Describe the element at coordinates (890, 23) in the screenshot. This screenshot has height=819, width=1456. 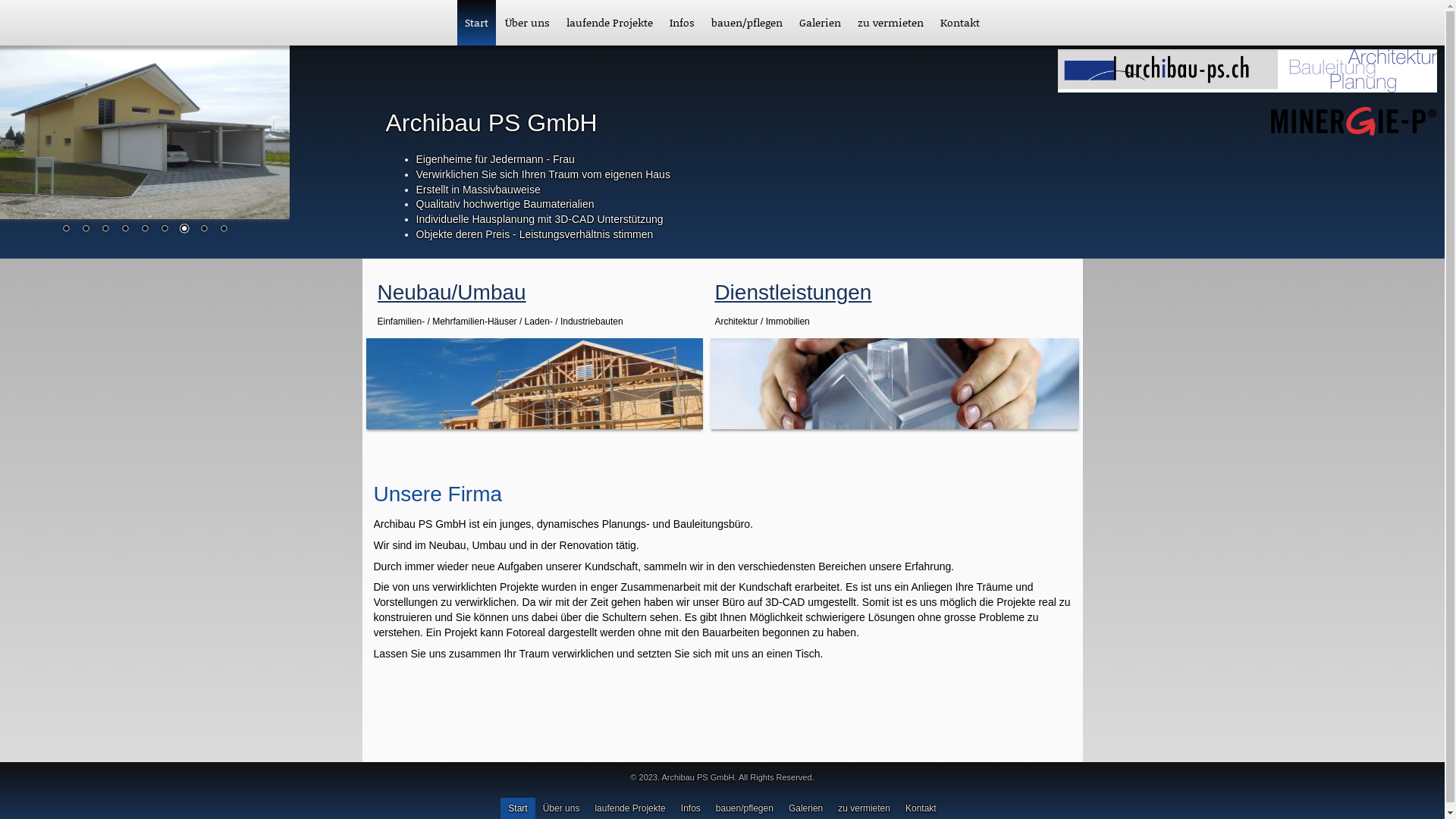
I see `'zu vermieten'` at that location.